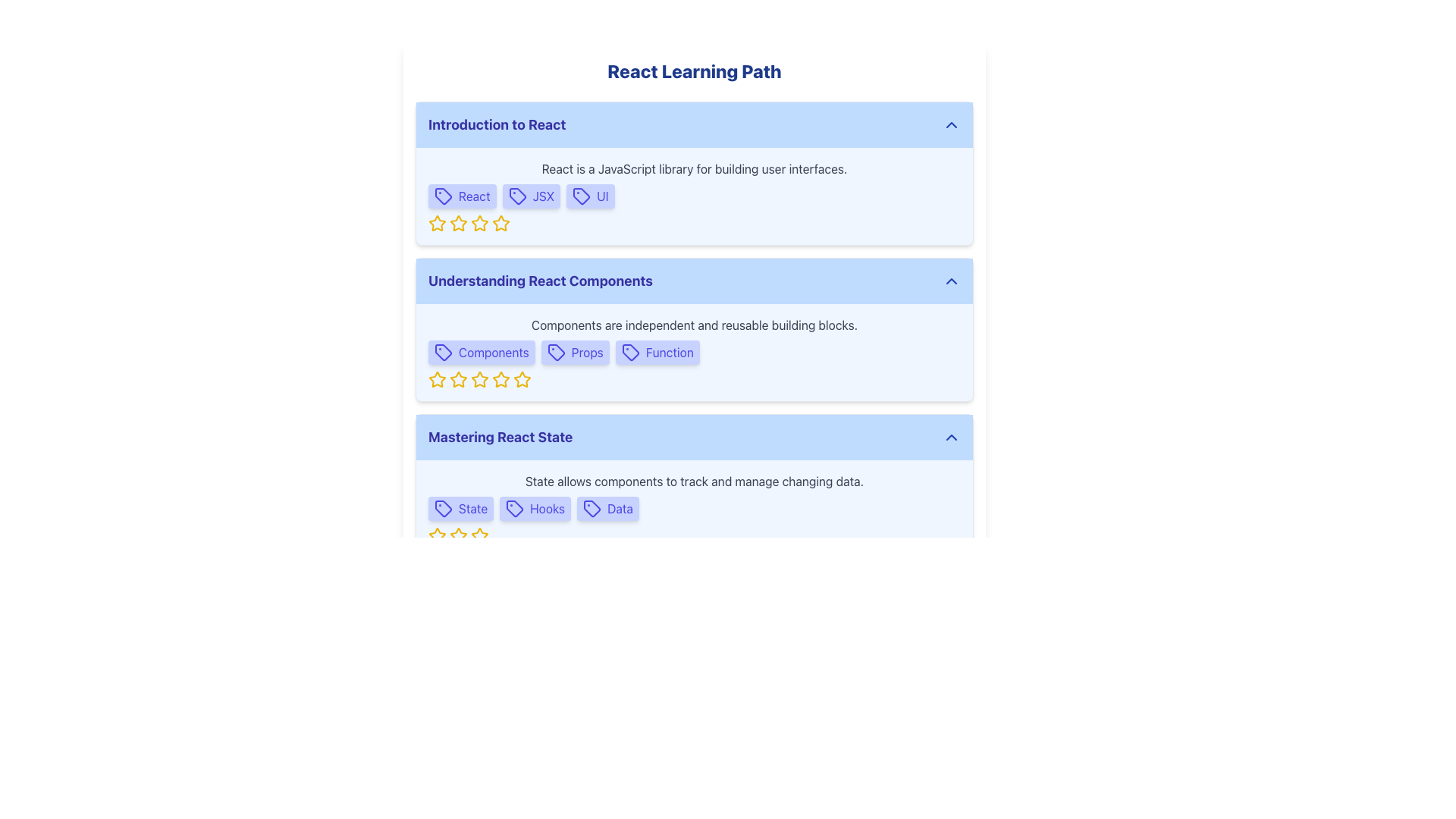 The width and height of the screenshot is (1456, 819). What do you see at coordinates (457, 223) in the screenshot?
I see `the third star rating icon in the horizontal rating section under the 'Introduction to React' module for accessibility navigation` at bounding box center [457, 223].